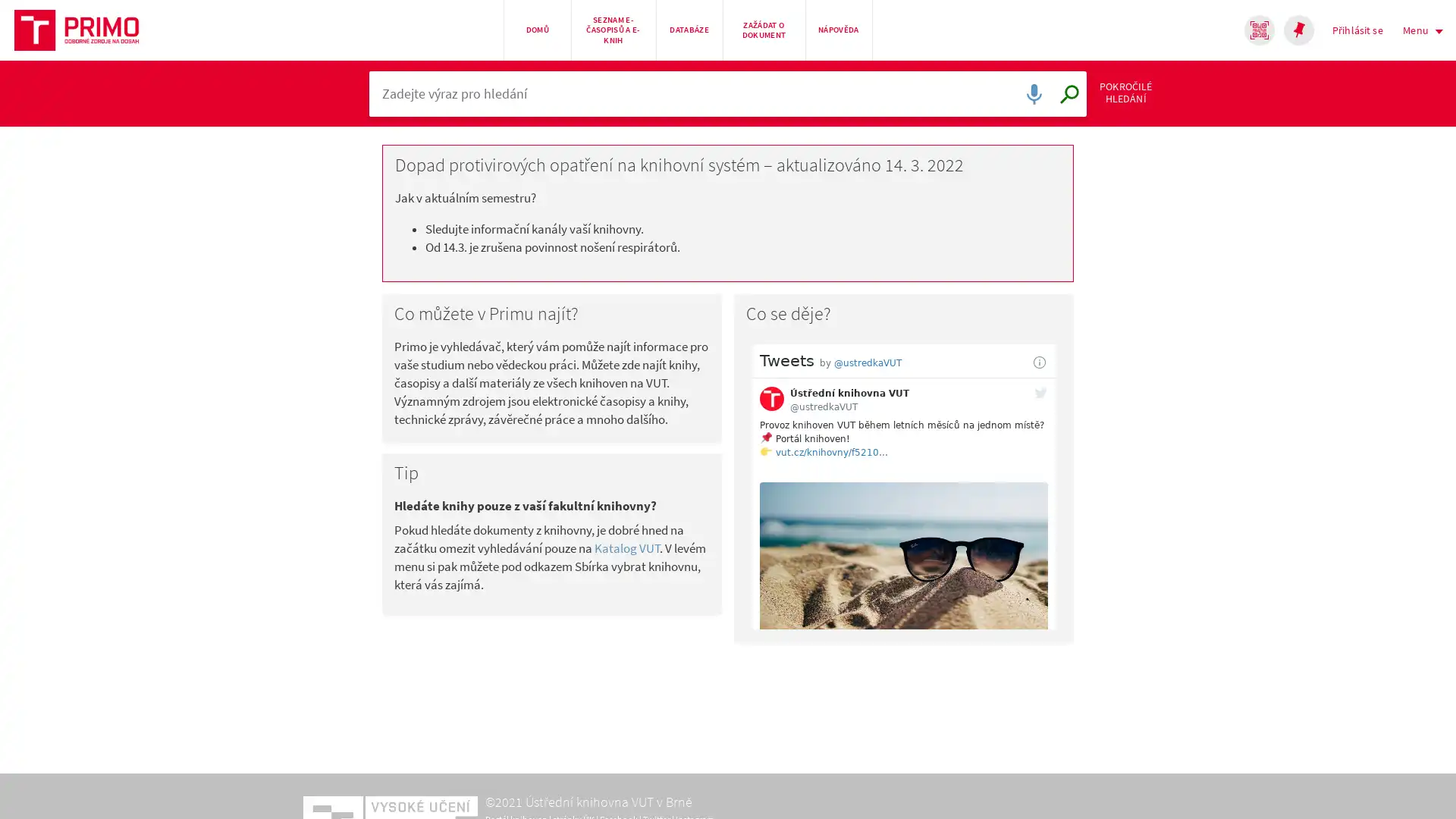  What do you see at coordinates (1153, 99) in the screenshot?
I see `Prejit na pokrocile vyhledavani` at bounding box center [1153, 99].